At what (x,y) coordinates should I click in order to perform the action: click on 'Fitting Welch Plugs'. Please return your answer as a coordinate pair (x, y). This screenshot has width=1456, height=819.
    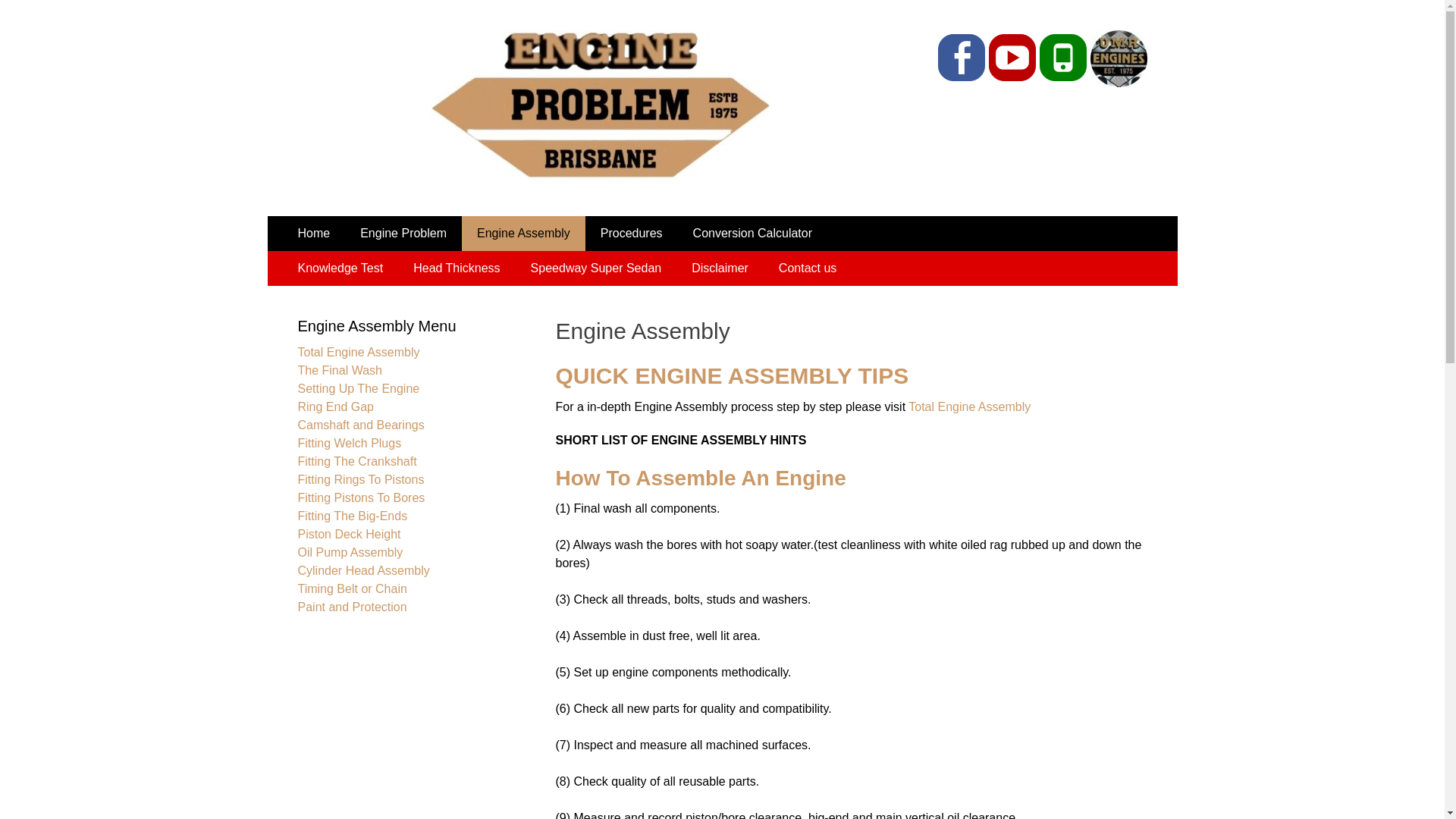
    Looking at the image, I should click on (348, 443).